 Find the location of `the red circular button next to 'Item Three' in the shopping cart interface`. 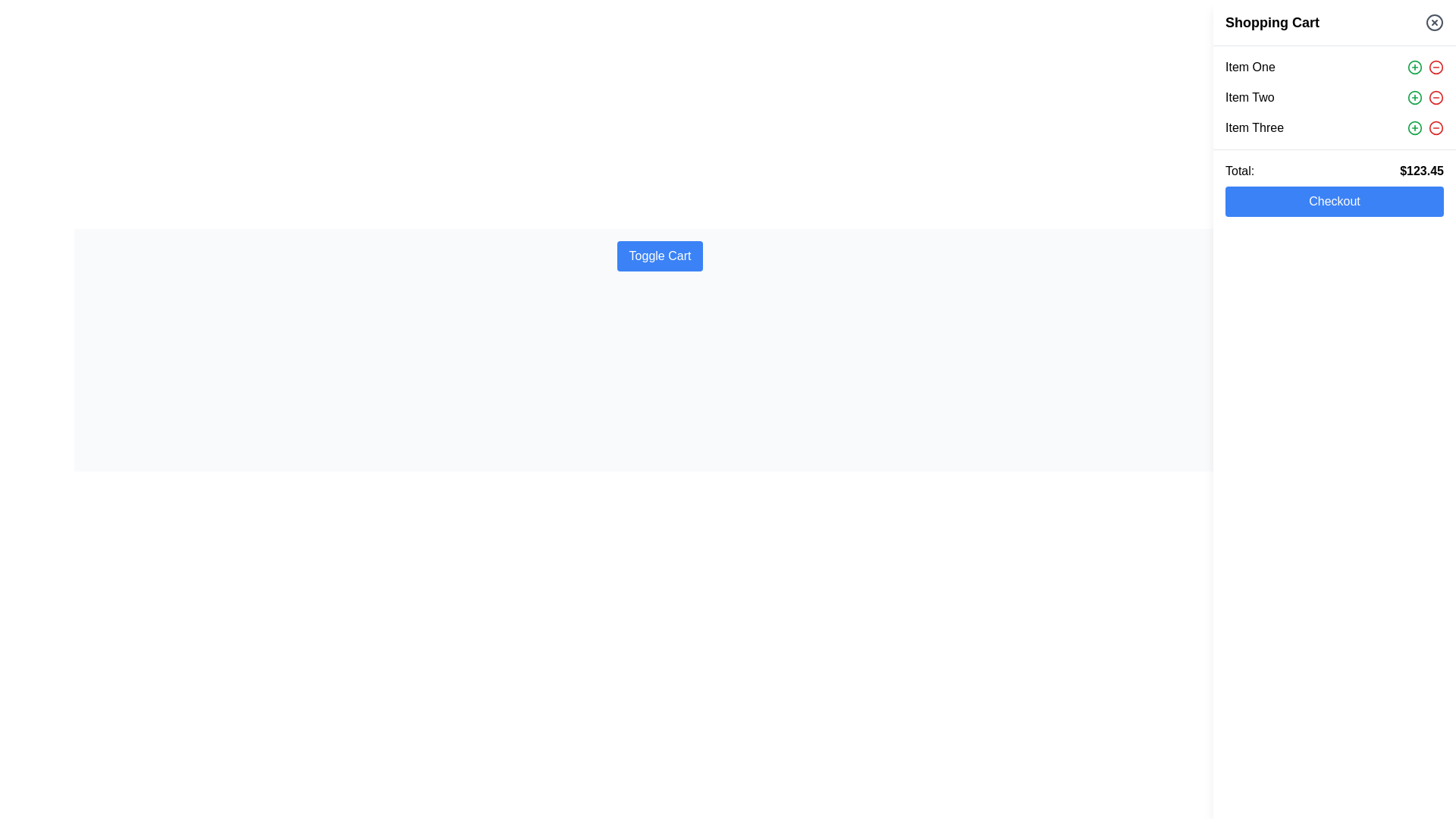

the red circular button next to 'Item Three' in the shopping cart interface is located at coordinates (1436, 127).